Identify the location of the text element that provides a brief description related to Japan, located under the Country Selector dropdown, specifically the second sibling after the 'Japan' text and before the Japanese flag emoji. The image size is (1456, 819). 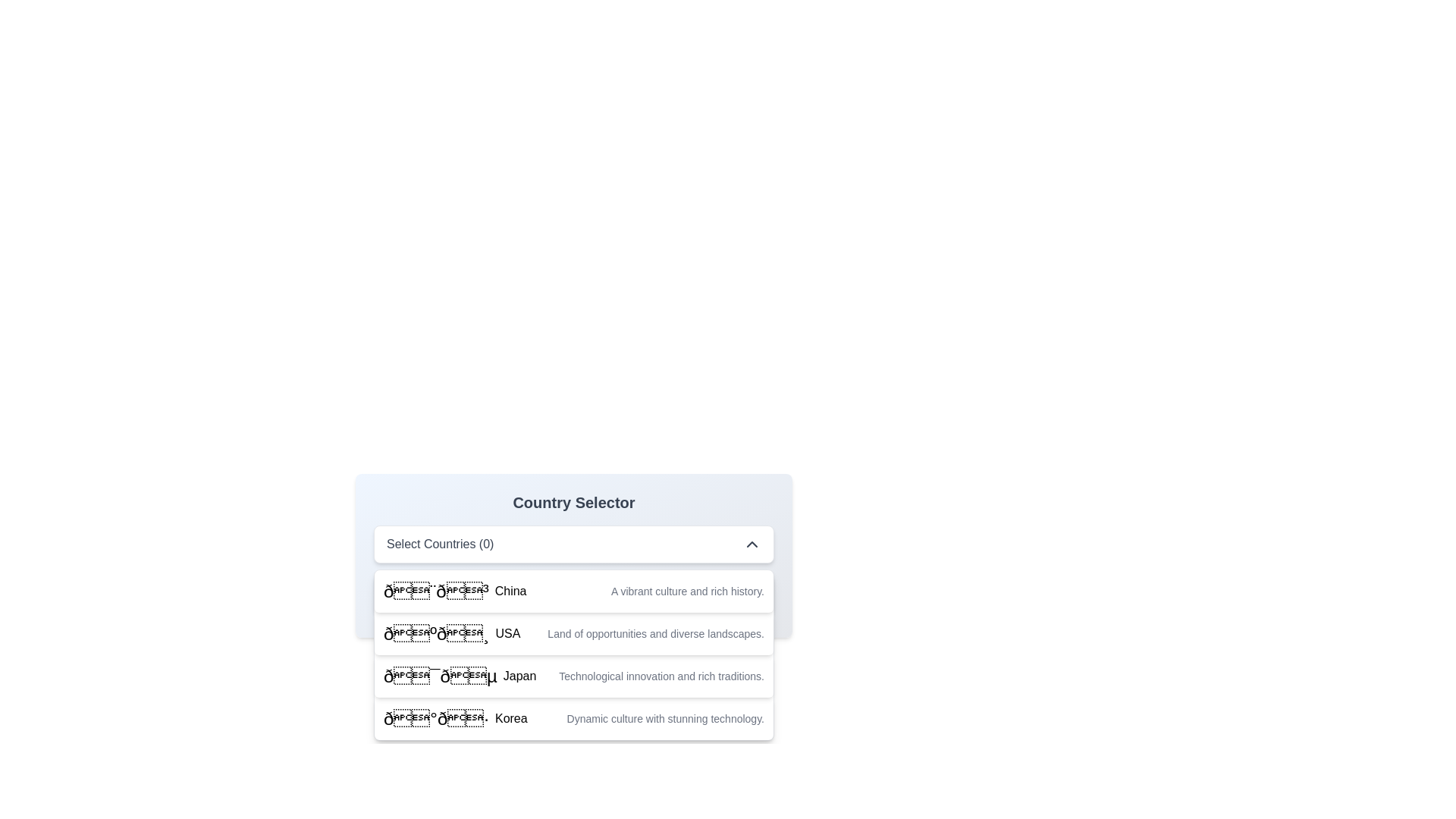
(661, 675).